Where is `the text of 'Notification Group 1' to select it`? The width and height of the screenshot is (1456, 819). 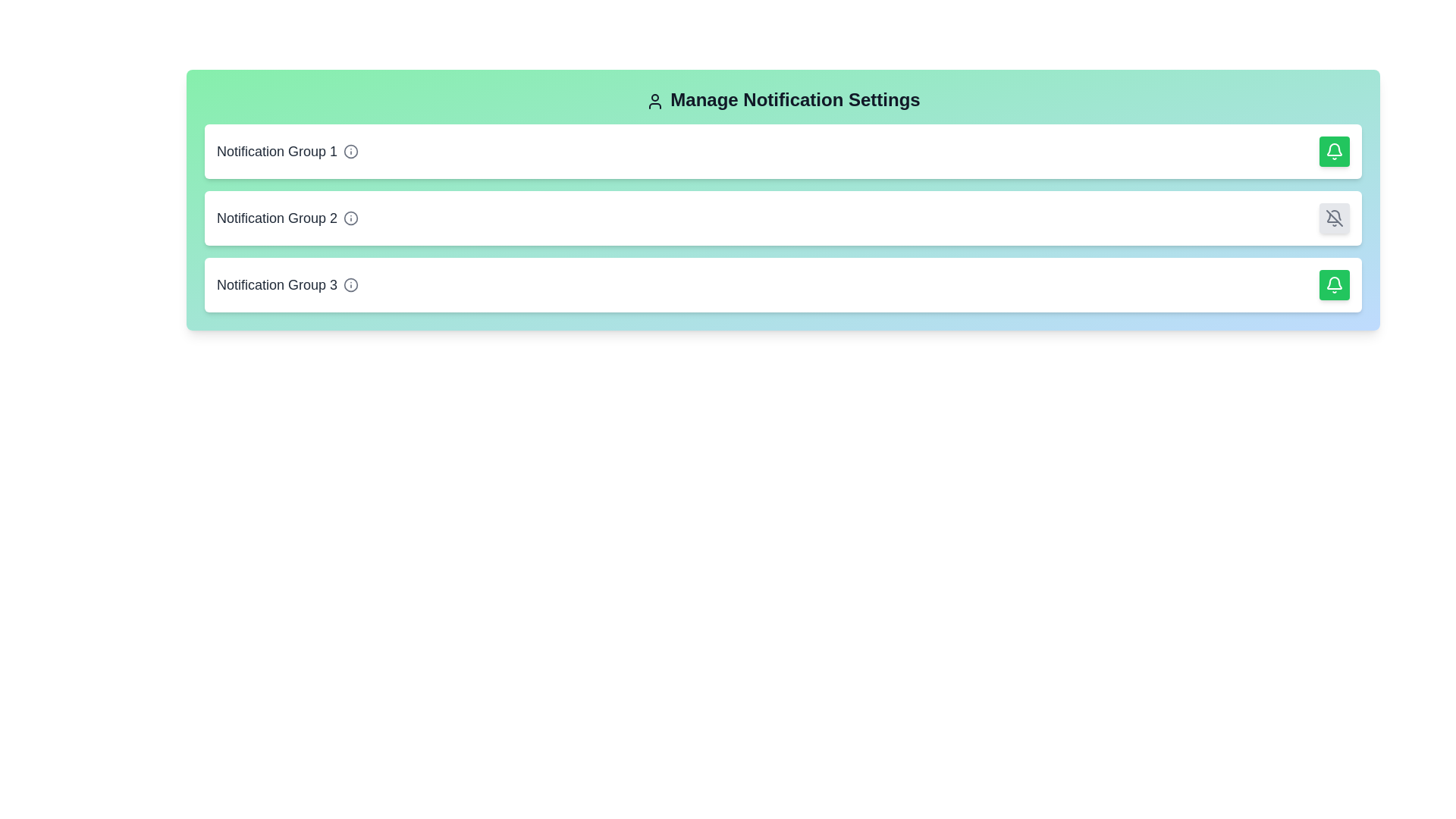 the text of 'Notification Group 1' to select it is located at coordinates (277, 152).